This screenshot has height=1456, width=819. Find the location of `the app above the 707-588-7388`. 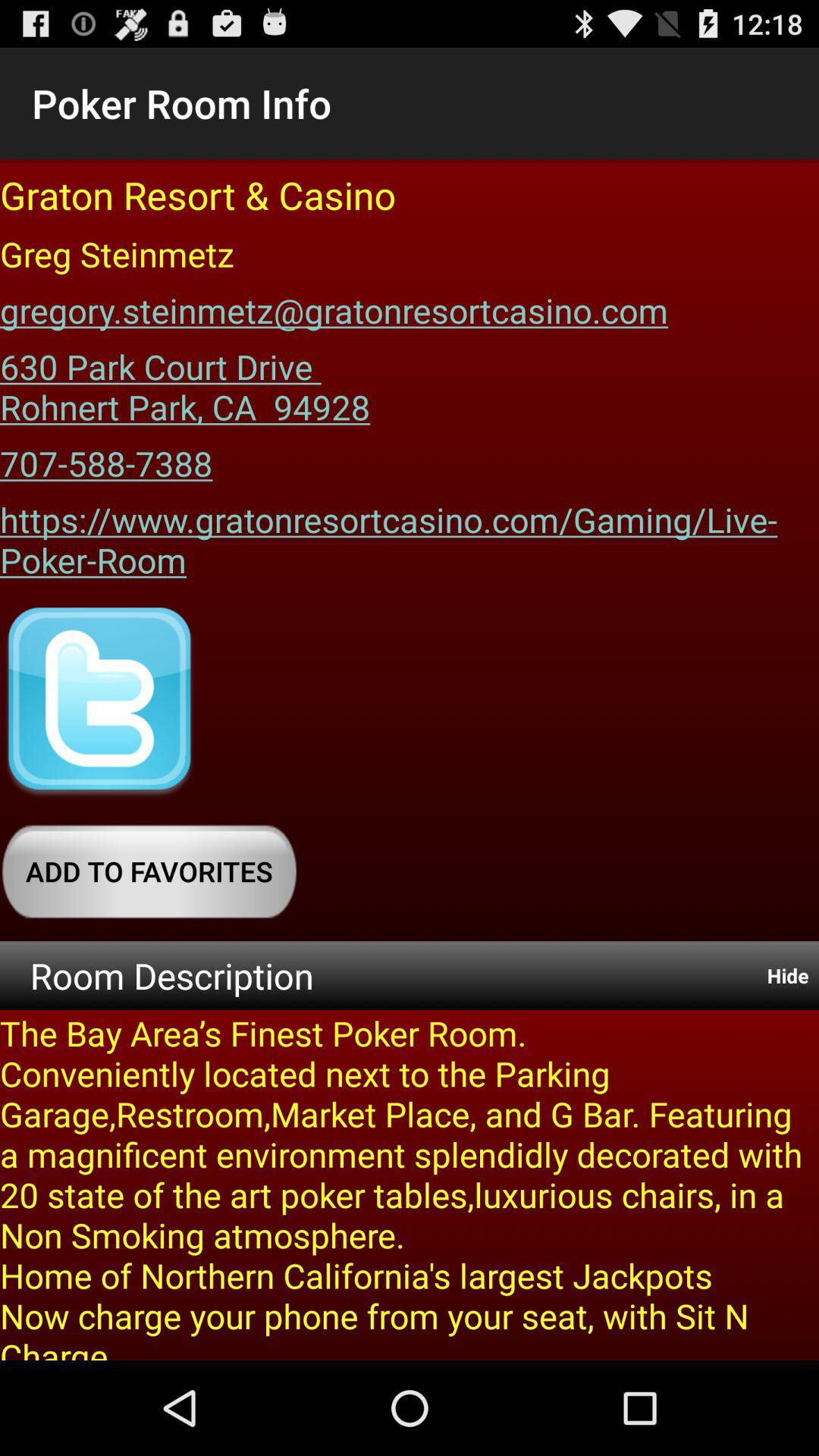

the app above the 707-588-7388 is located at coordinates (184, 381).